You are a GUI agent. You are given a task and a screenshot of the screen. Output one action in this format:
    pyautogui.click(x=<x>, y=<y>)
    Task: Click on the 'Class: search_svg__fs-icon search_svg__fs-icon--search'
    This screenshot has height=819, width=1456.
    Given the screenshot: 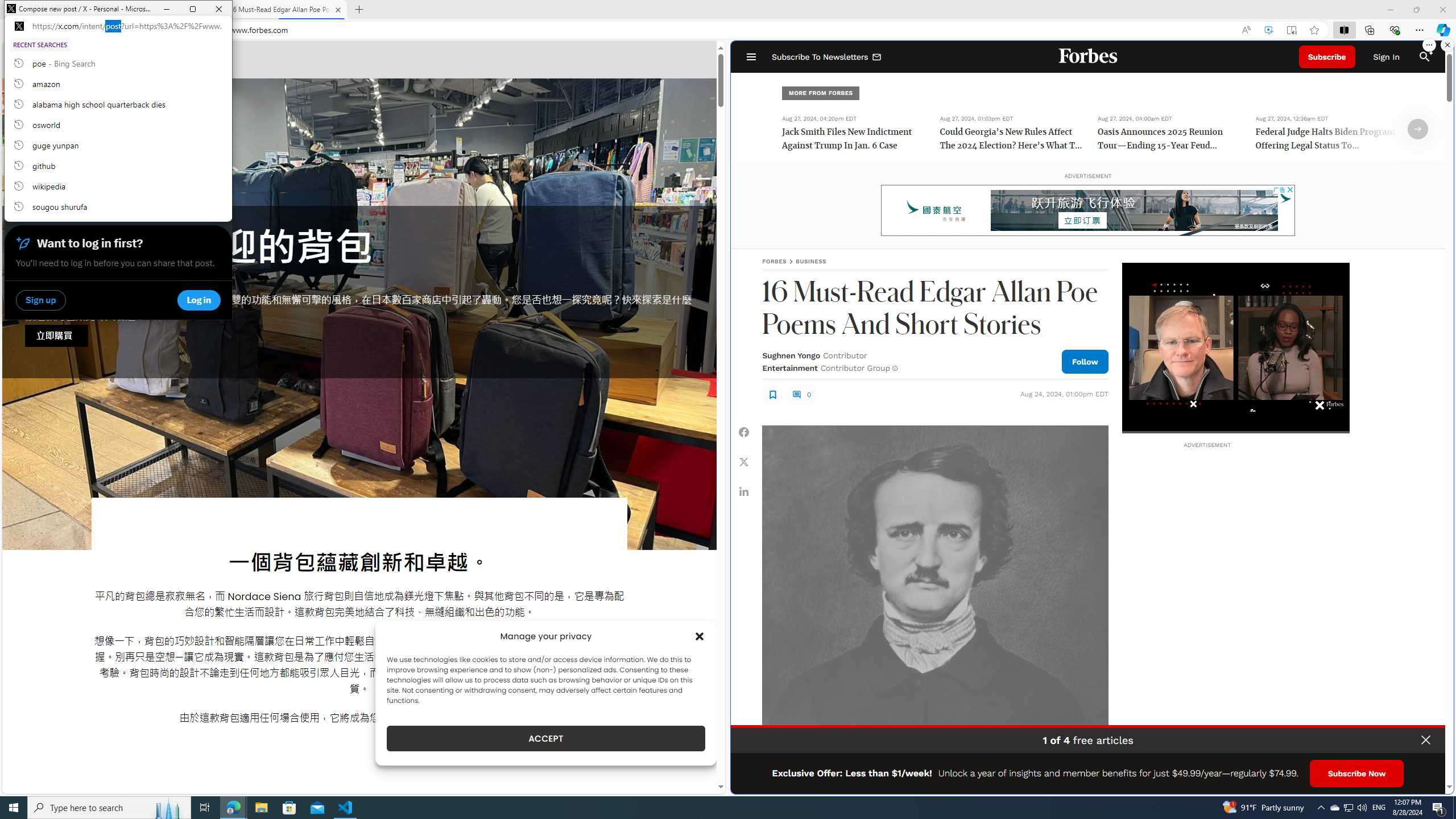 What is the action you would take?
    pyautogui.click(x=1424, y=56)
    